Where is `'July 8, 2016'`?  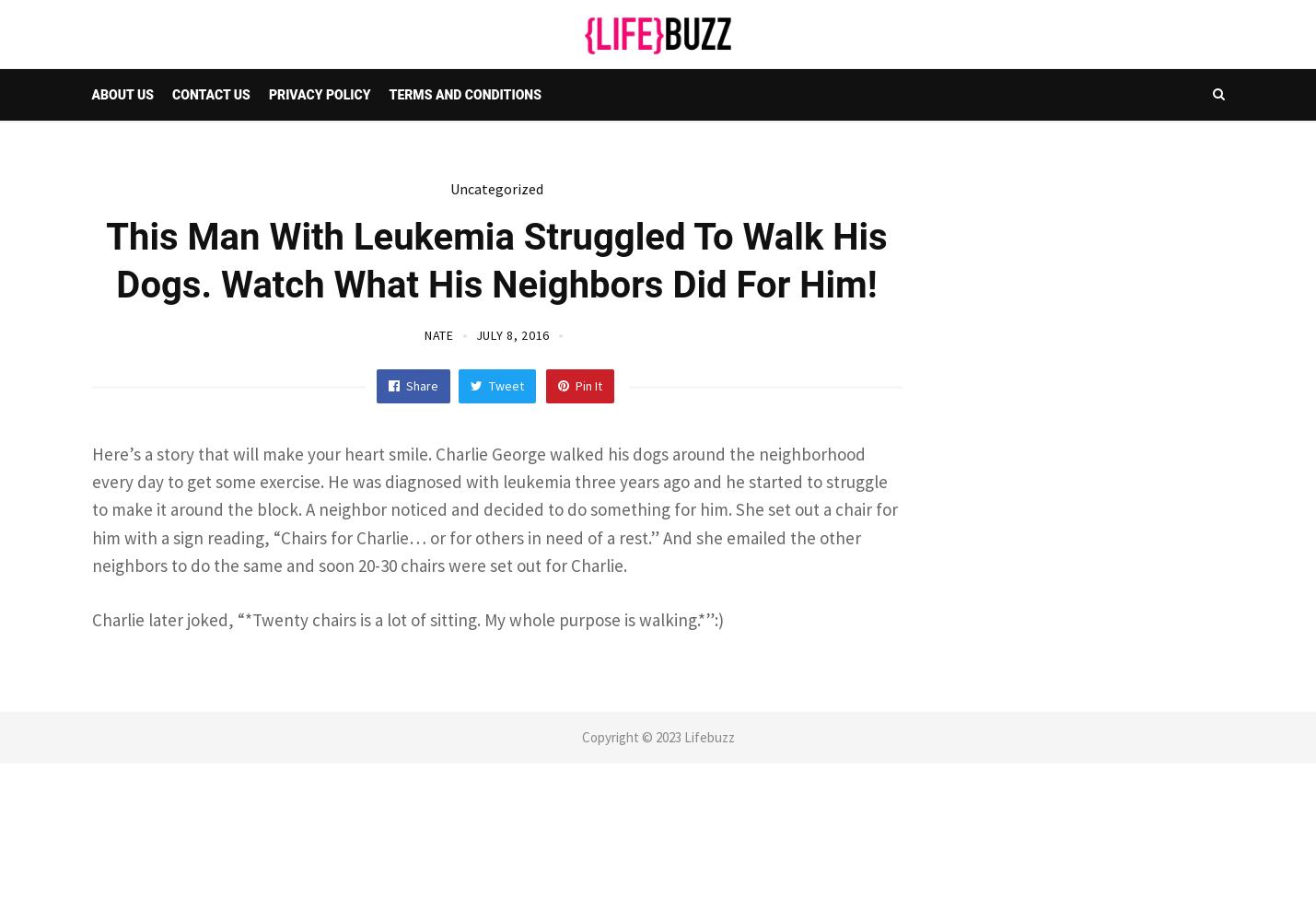
'July 8, 2016' is located at coordinates (474, 333).